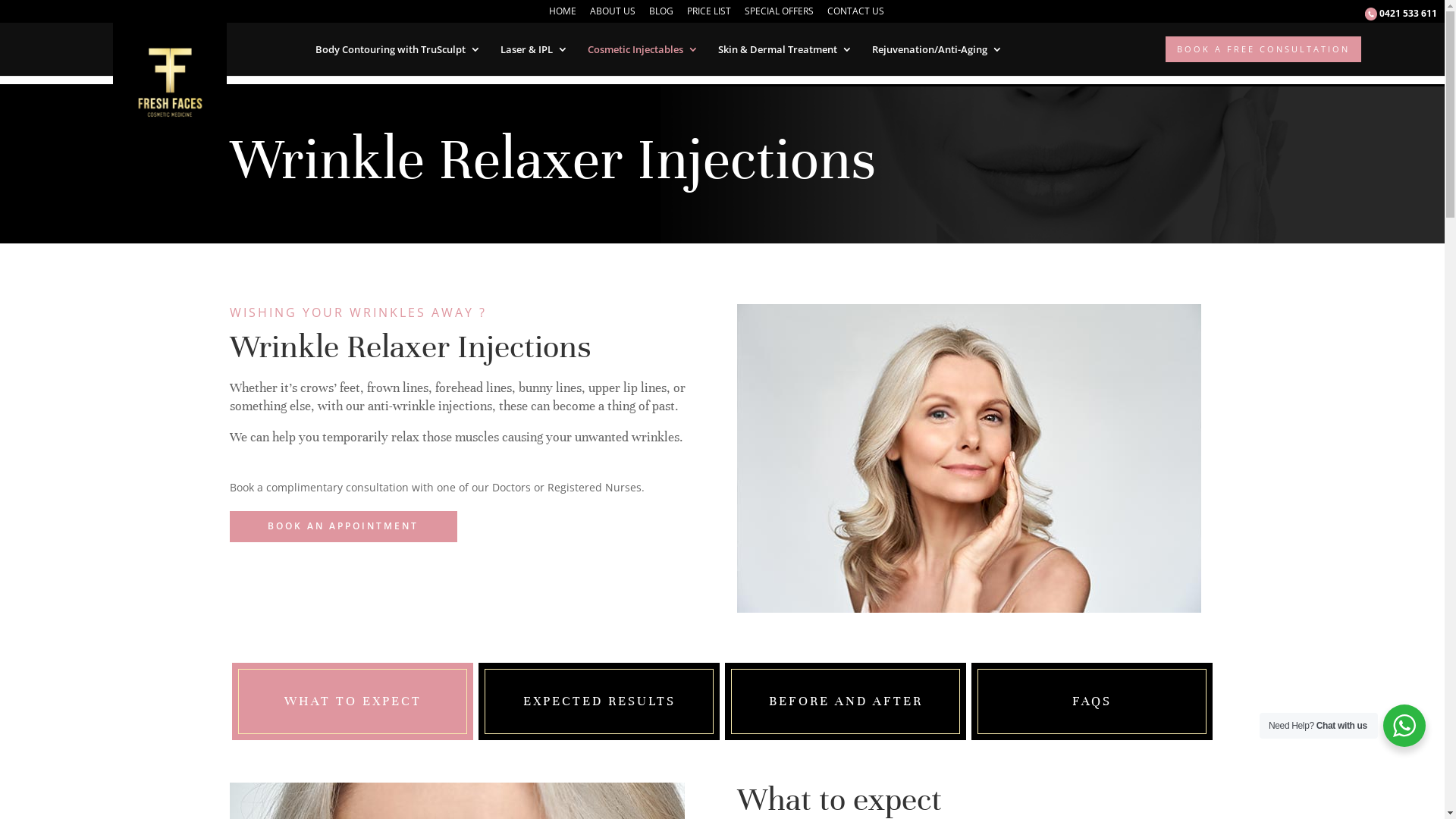 The image size is (1456, 819). Describe the element at coordinates (585, 49) in the screenshot. I see `'Cosmetic Injectables'` at that location.